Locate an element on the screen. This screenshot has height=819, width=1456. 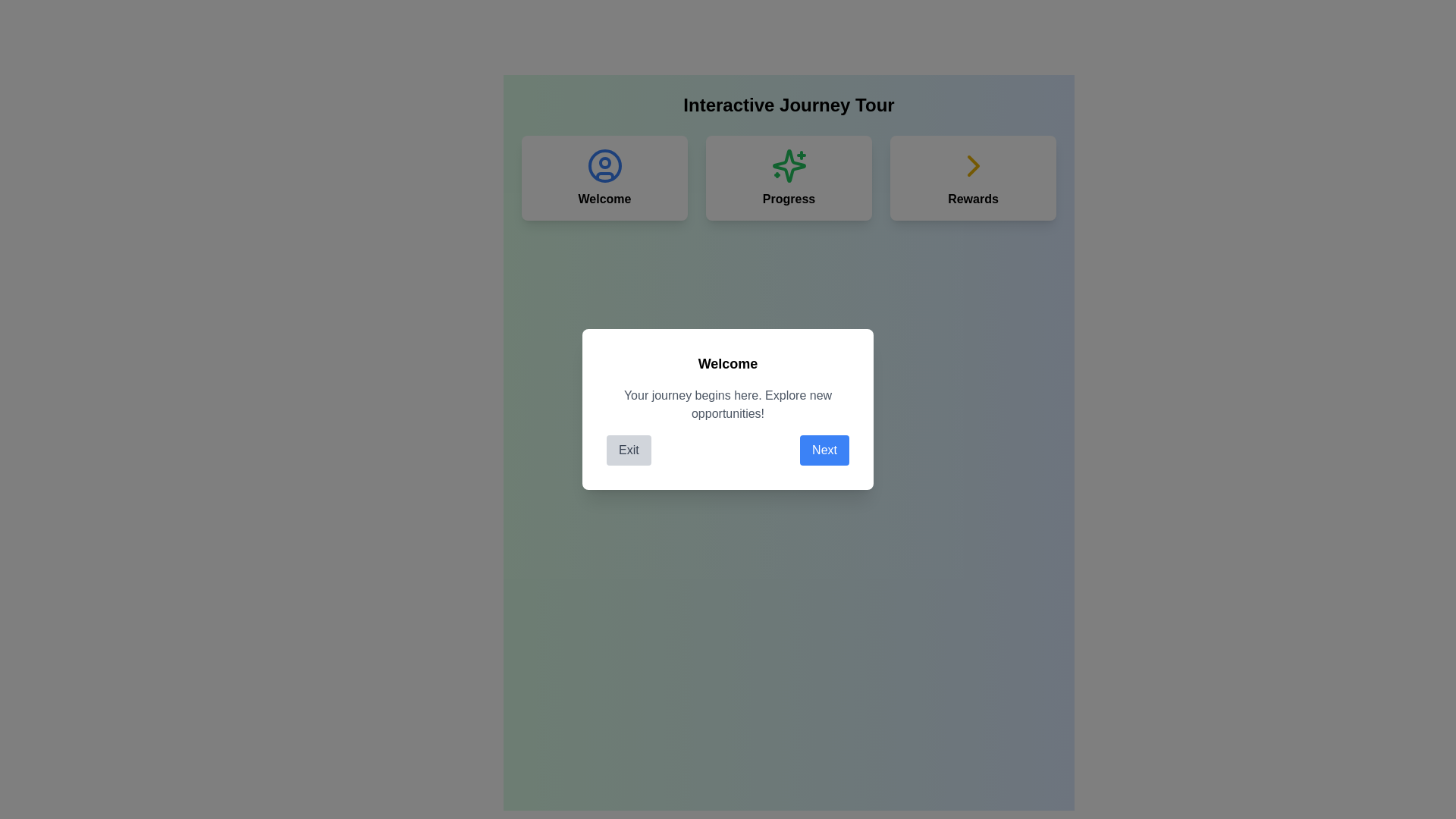
the user account icon located in the top-left card above the 'Welcome' text, which serves as a visual representation of user interactions is located at coordinates (604, 166).